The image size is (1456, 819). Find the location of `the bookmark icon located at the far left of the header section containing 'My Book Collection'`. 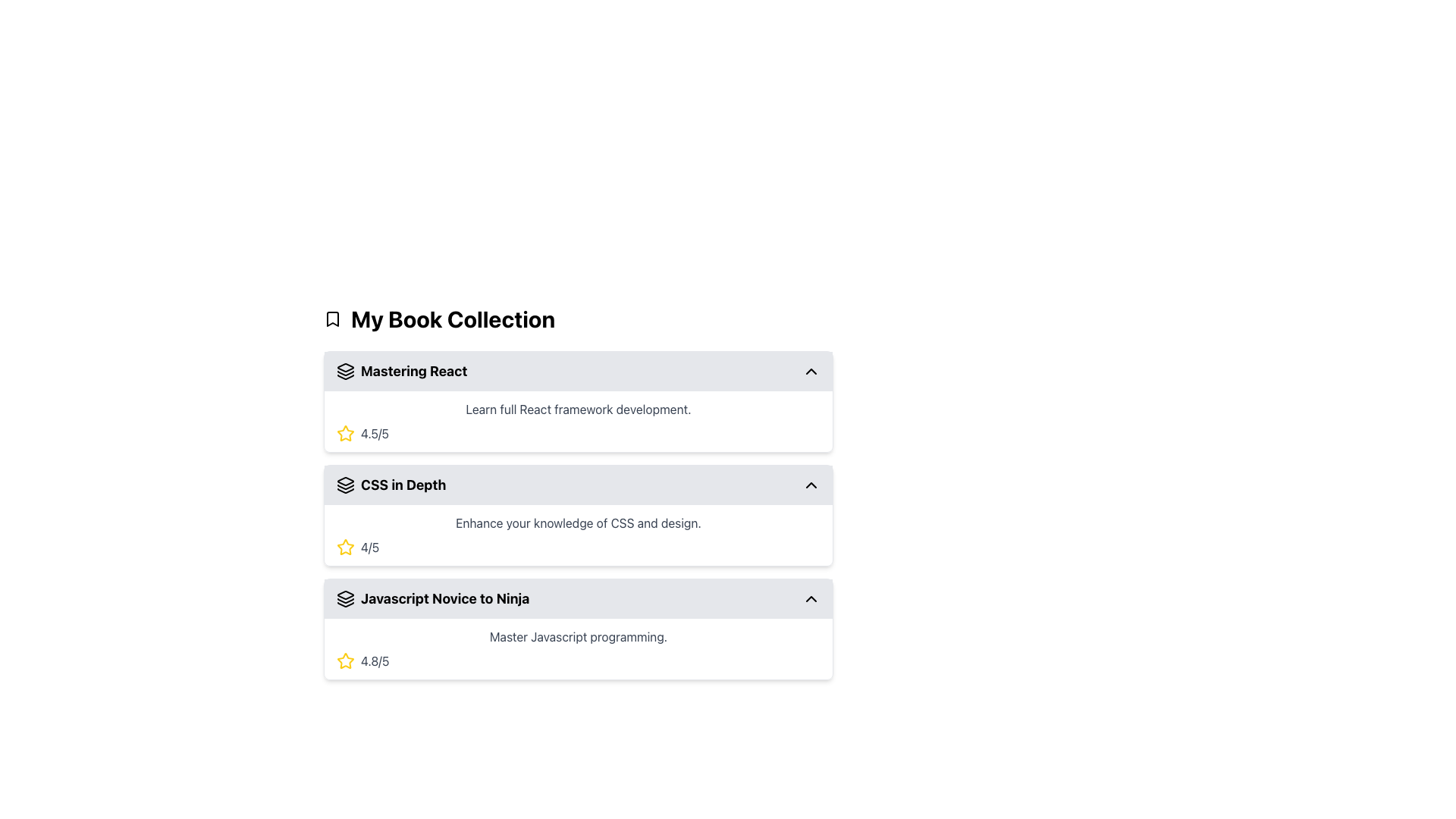

the bookmark icon located at the far left of the header section containing 'My Book Collection' is located at coordinates (331, 318).